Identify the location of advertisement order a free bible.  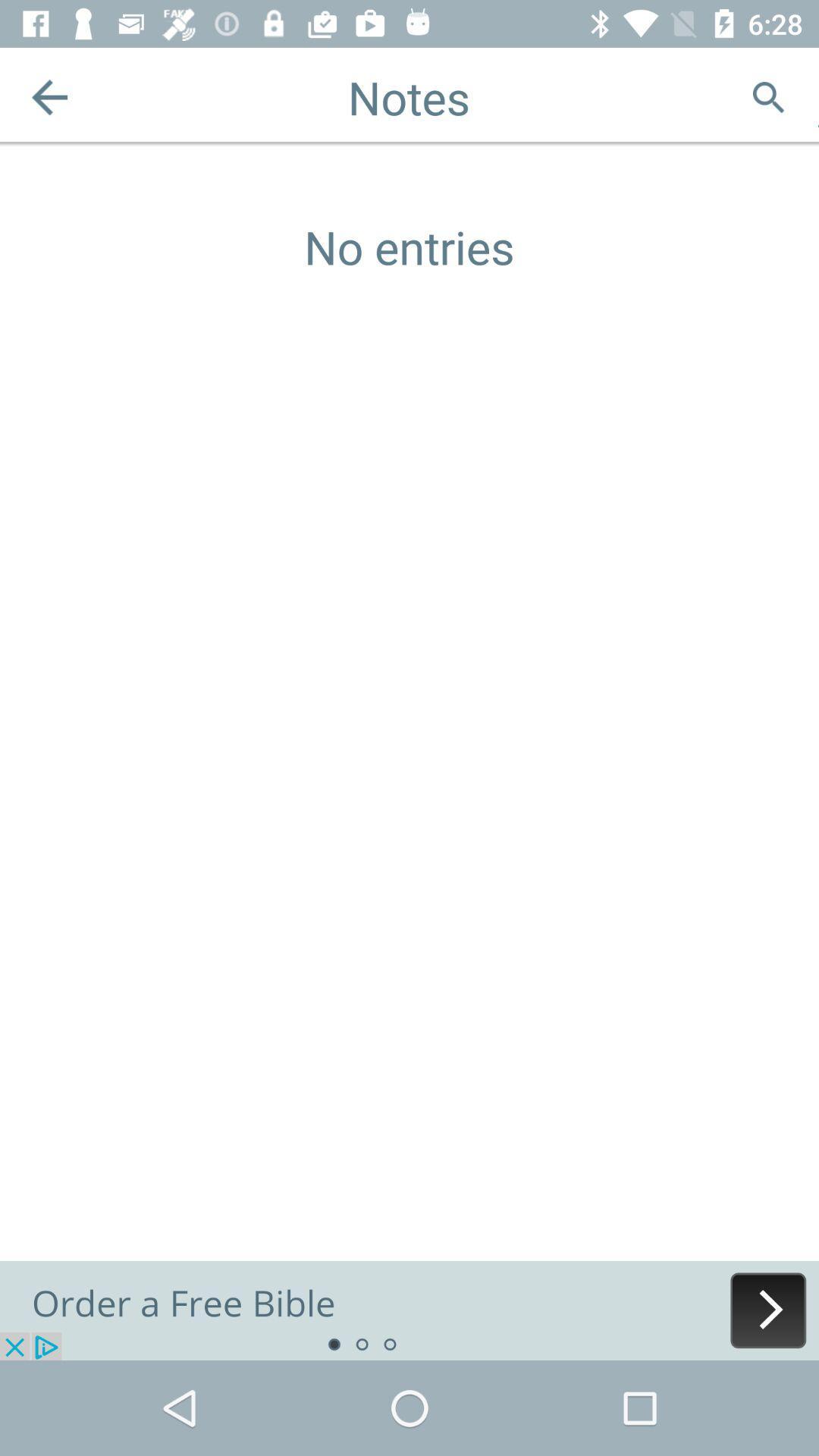
(409, 1310).